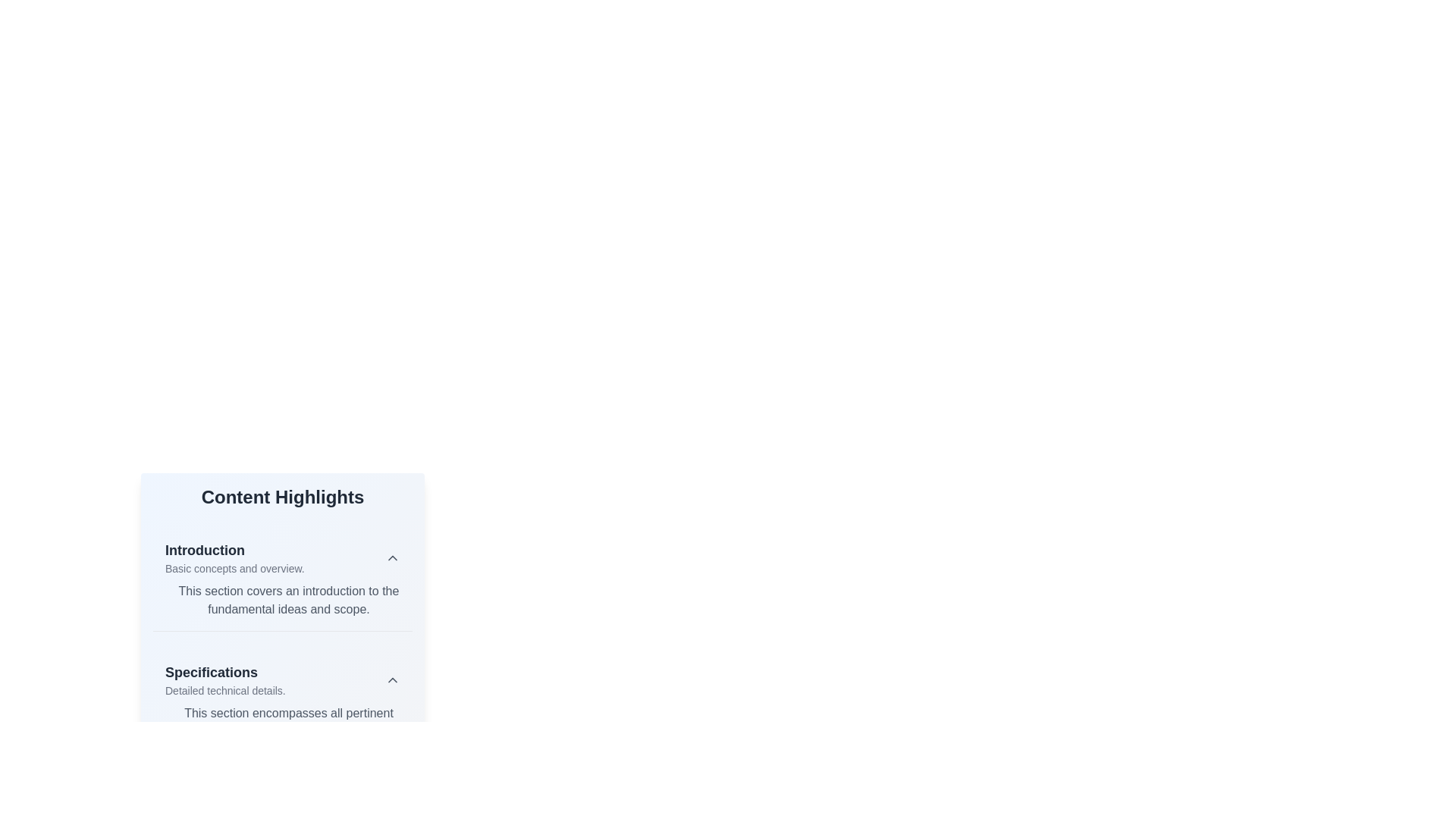 This screenshot has width=1456, height=819. Describe the element at coordinates (224, 679) in the screenshot. I see `the informational header Text component that serves as a summary or introduction to the 'Specifications' content, located below the 'Introduction' section and aligned to the left` at that location.